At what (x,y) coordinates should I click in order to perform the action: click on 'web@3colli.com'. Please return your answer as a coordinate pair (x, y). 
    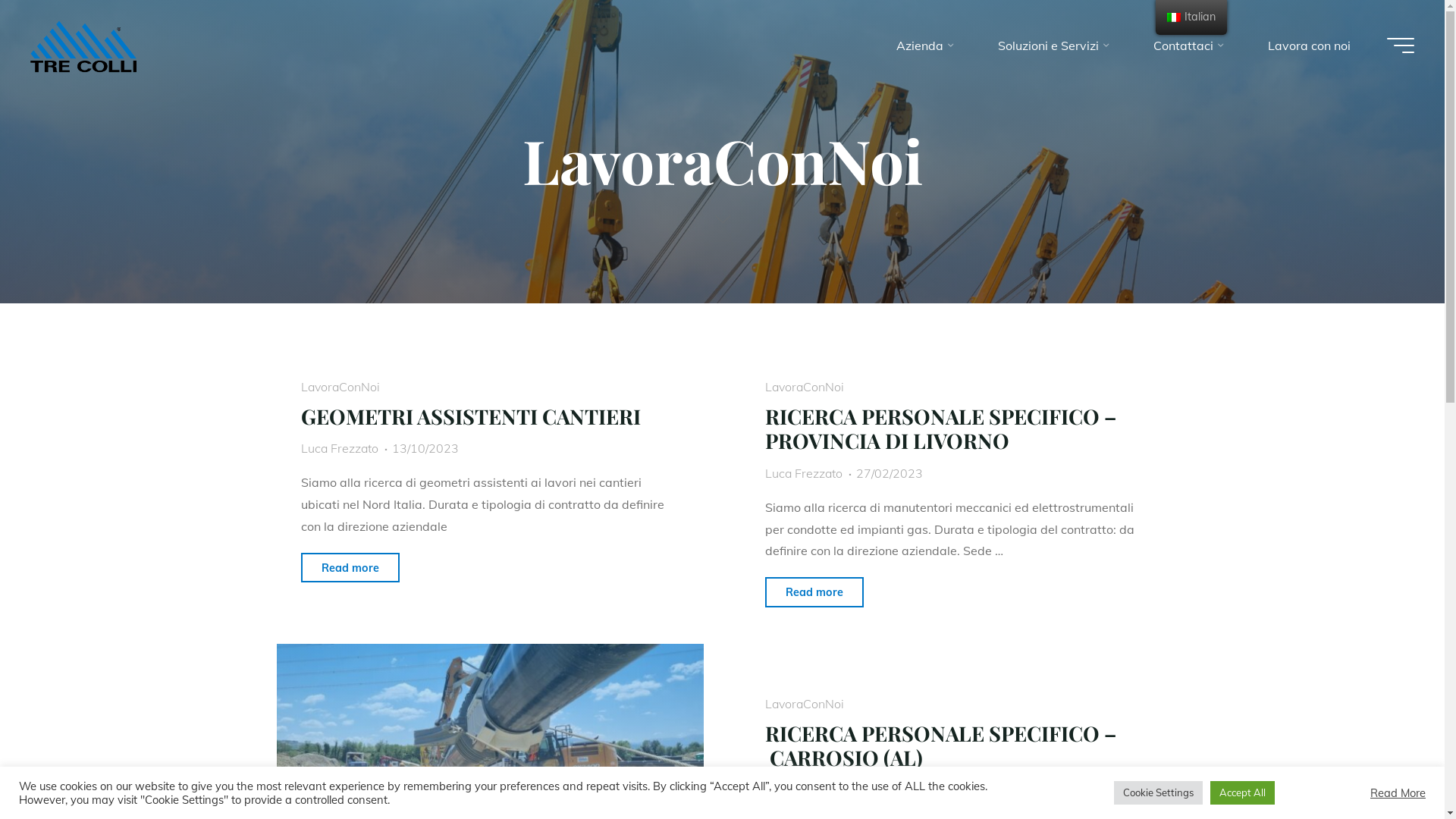
    Looking at the image, I should click on (810, 789).